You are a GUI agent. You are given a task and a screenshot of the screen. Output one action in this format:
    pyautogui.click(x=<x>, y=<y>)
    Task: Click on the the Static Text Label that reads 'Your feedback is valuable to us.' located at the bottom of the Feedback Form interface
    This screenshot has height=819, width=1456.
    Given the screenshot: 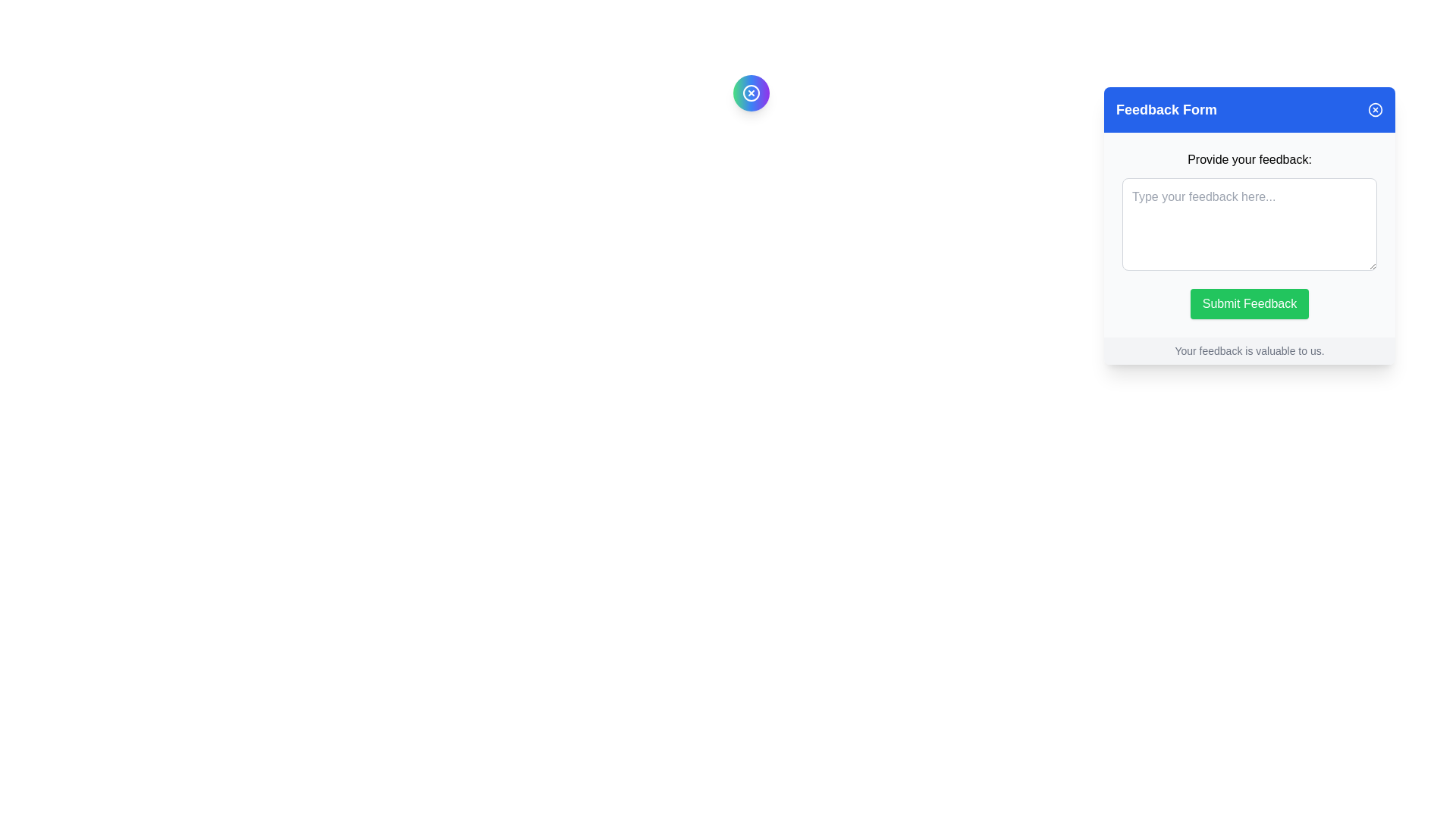 What is the action you would take?
    pyautogui.click(x=1249, y=350)
    